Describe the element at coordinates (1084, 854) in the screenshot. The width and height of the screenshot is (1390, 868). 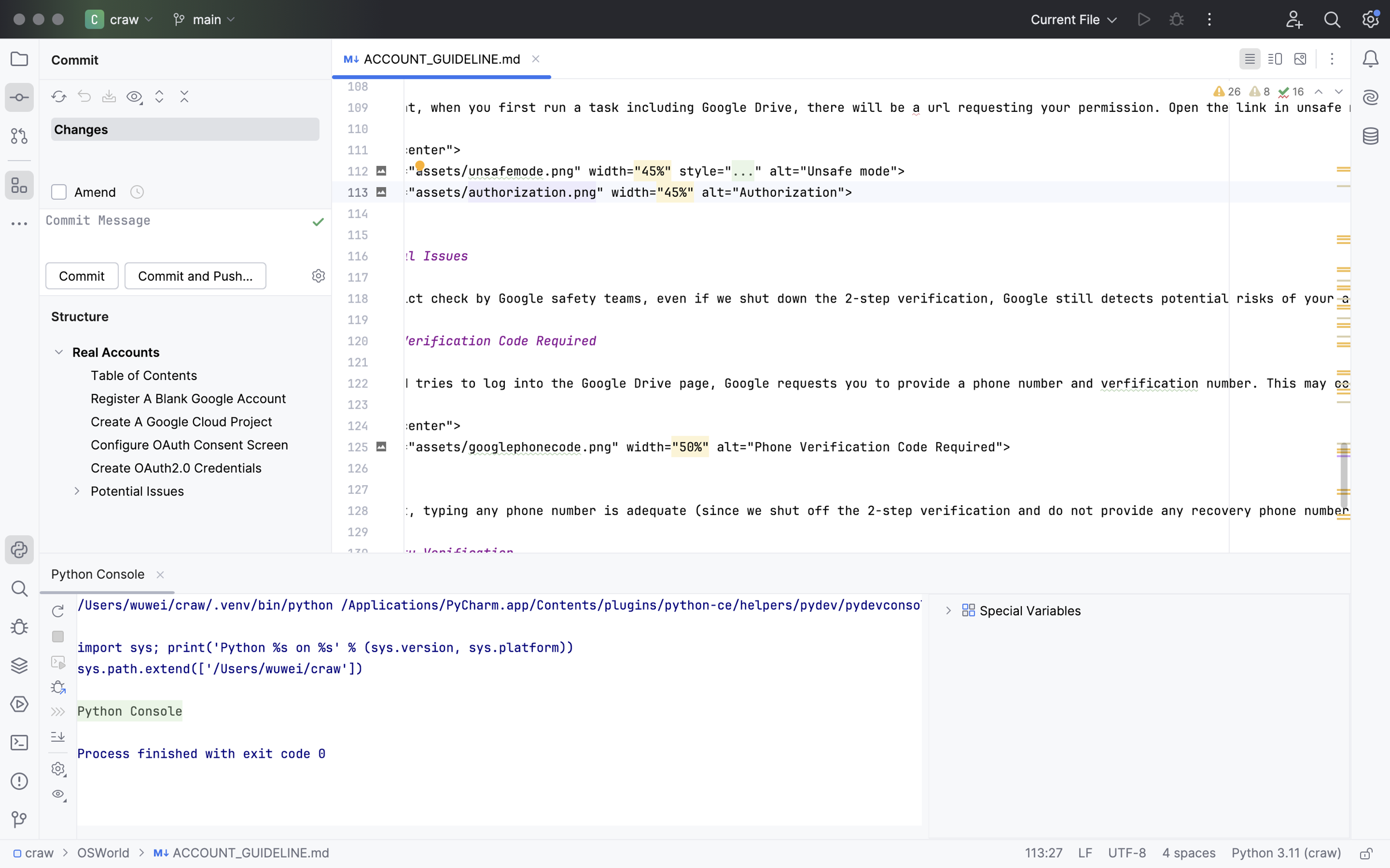
I see `'LF'` at that location.